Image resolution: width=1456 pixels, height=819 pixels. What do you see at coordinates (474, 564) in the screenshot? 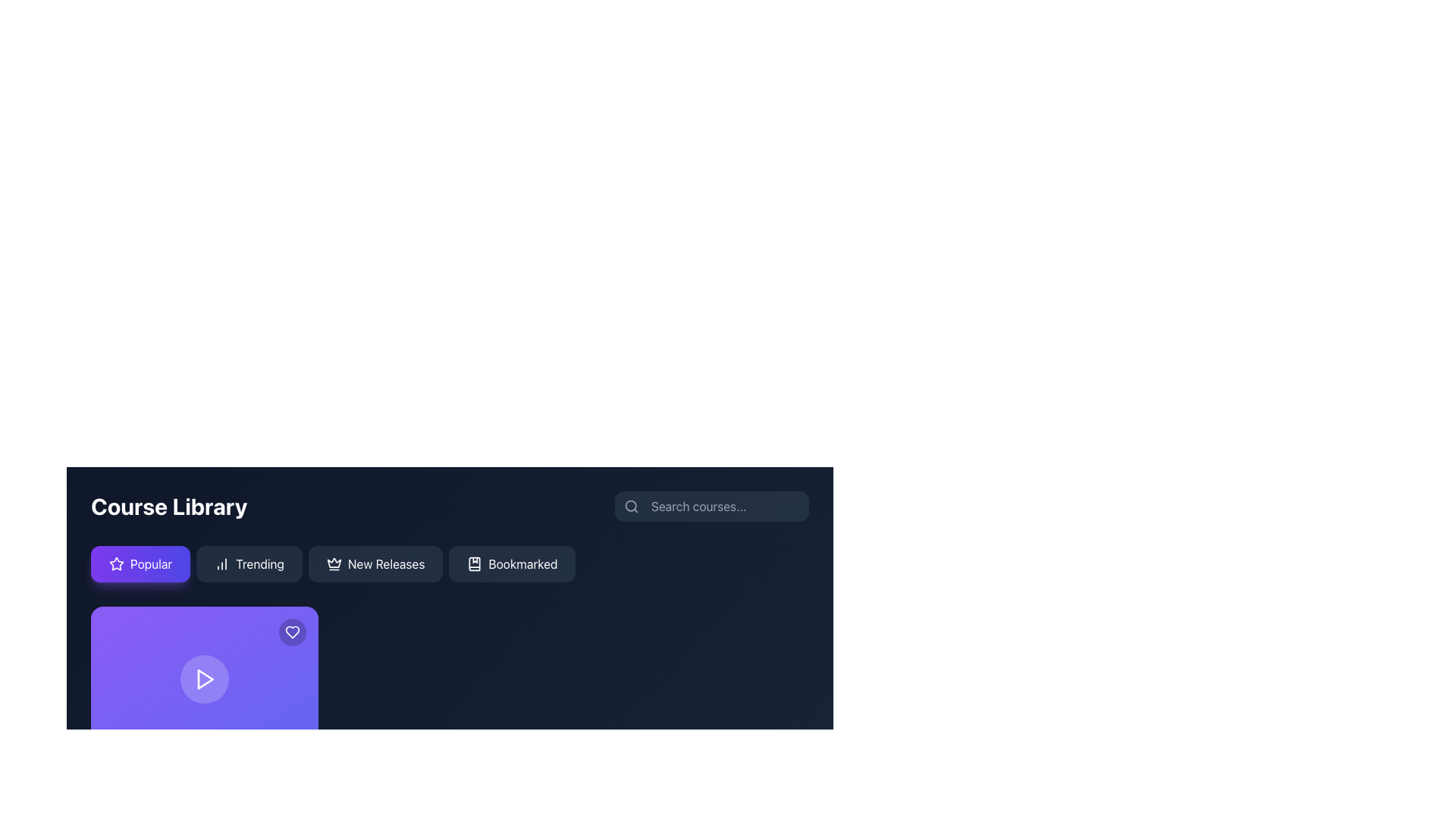
I see `the bookmarked icon located to the left of the text label 'Bookmarked' in the button group at the top of the interface` at bounding box center [474, 564].